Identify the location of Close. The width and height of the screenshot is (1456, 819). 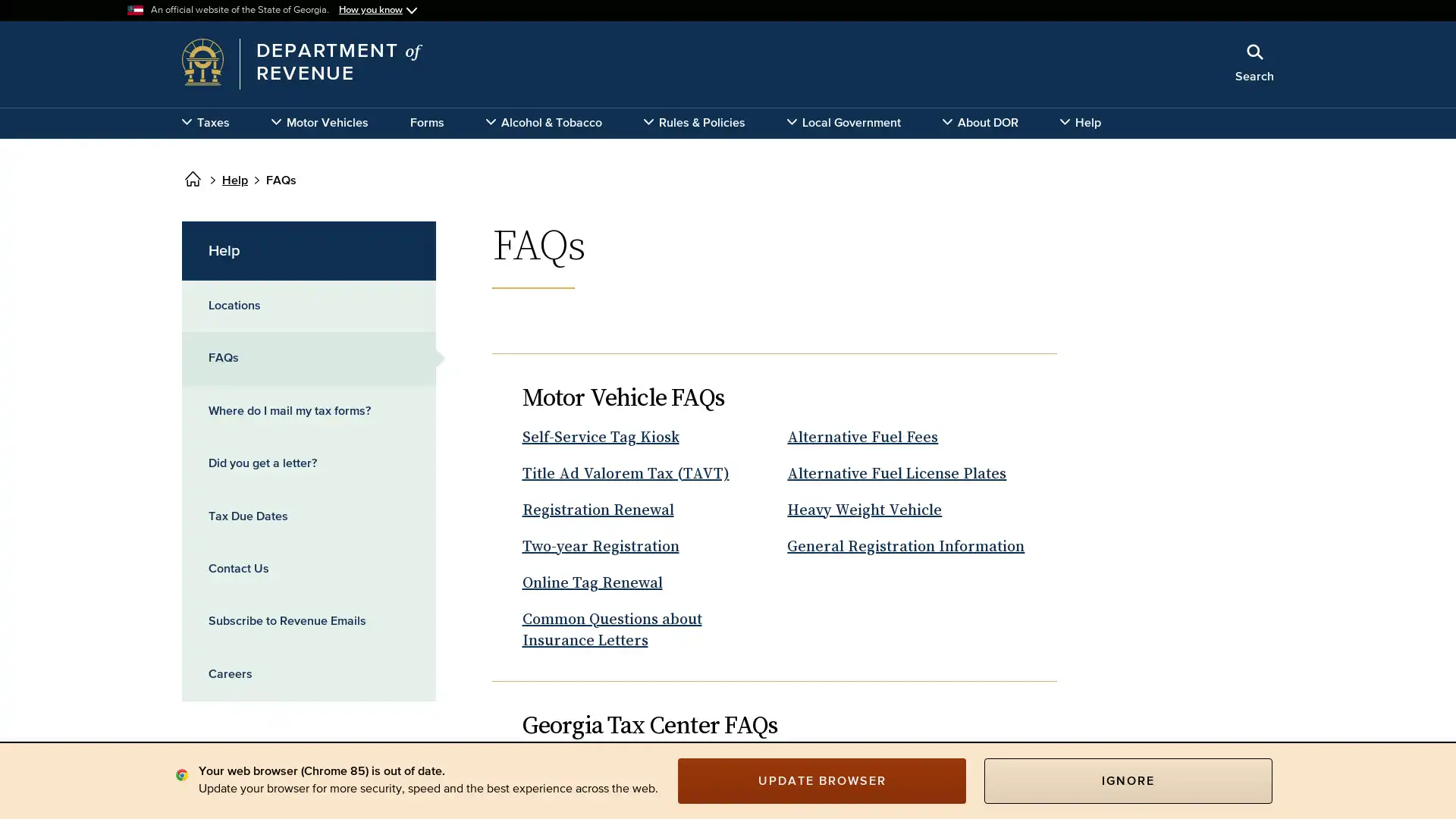
(1257, 47).